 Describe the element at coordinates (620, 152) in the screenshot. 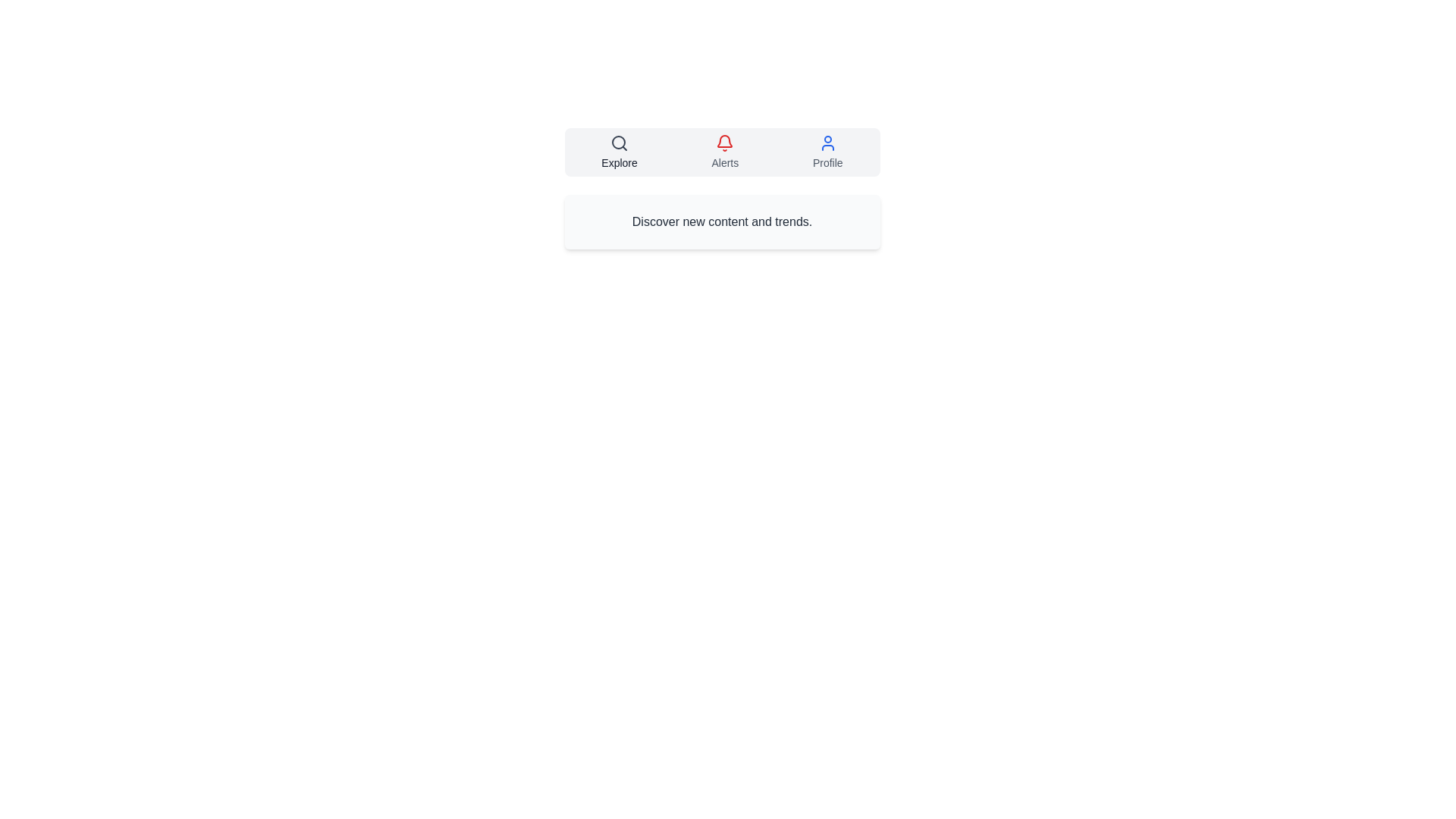

I see `the tab with label Explore` at that location.